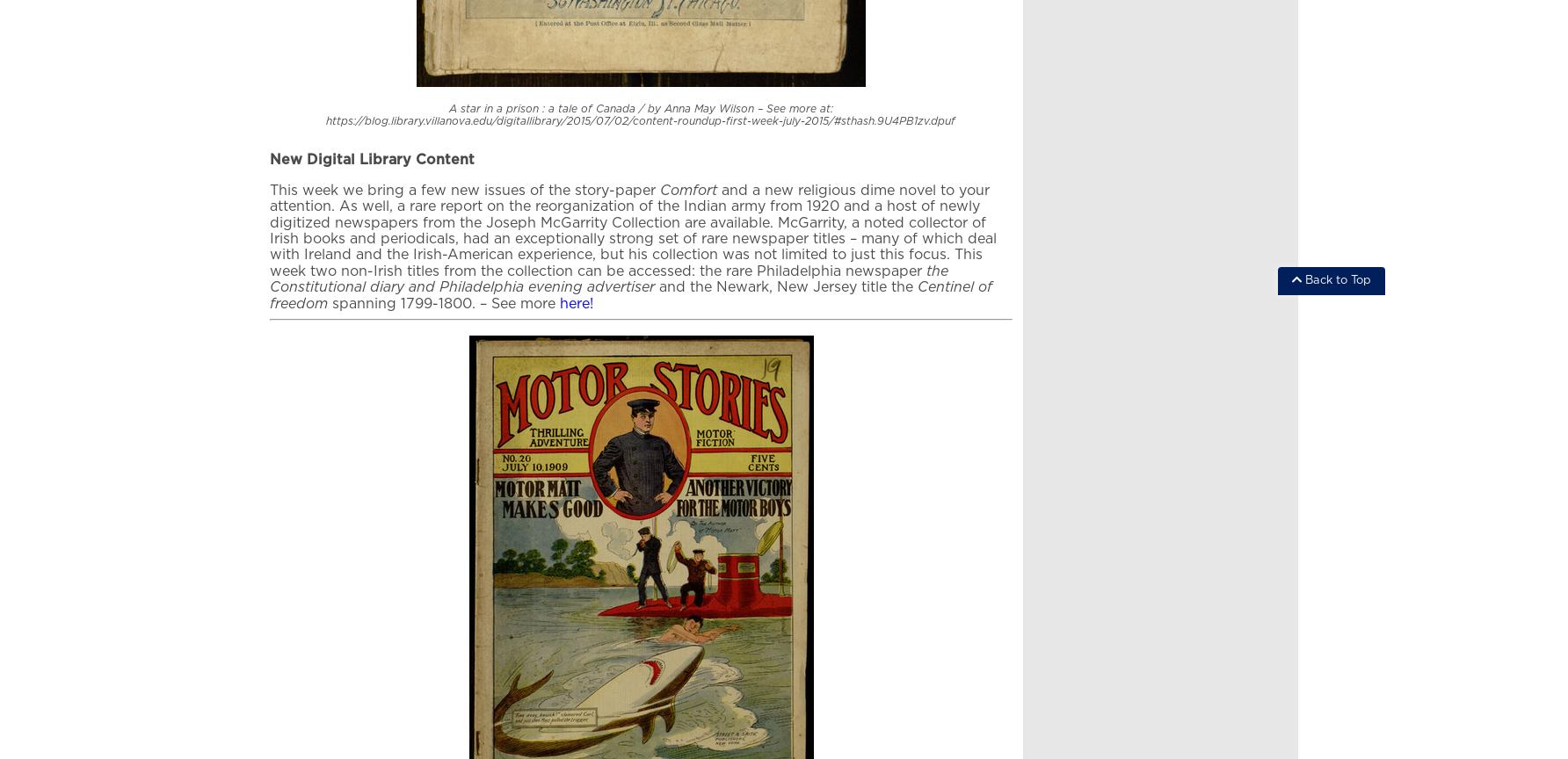  Describe the element at coordinates (631, 294) in the screenshot. I see `'Centinel of freedom'` at that location.